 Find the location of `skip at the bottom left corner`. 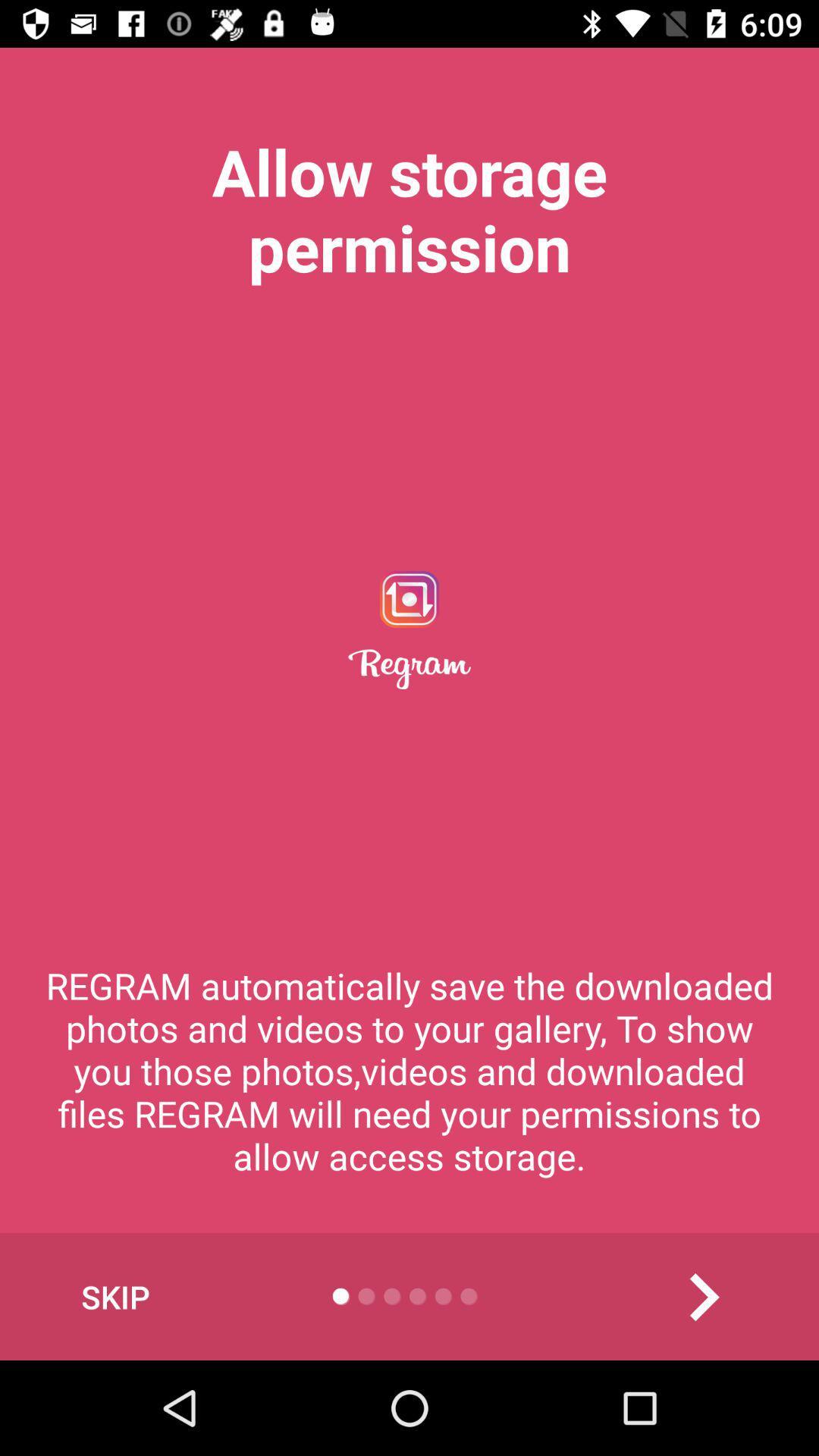

skip at the bottom left corner is located at coordinates (115, 1296).